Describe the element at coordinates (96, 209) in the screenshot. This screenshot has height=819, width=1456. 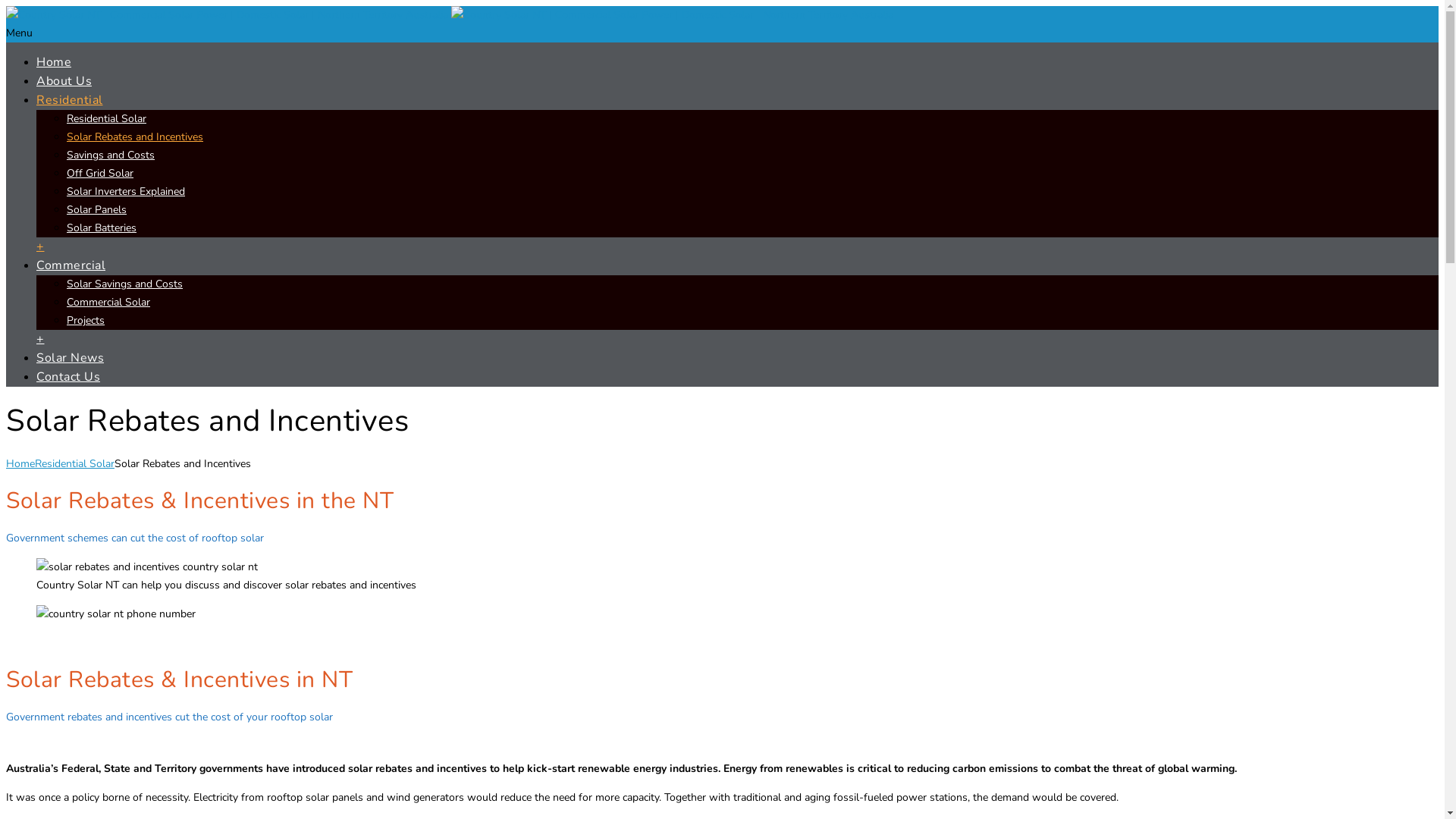
I see `'Solar Panels'` at that location.